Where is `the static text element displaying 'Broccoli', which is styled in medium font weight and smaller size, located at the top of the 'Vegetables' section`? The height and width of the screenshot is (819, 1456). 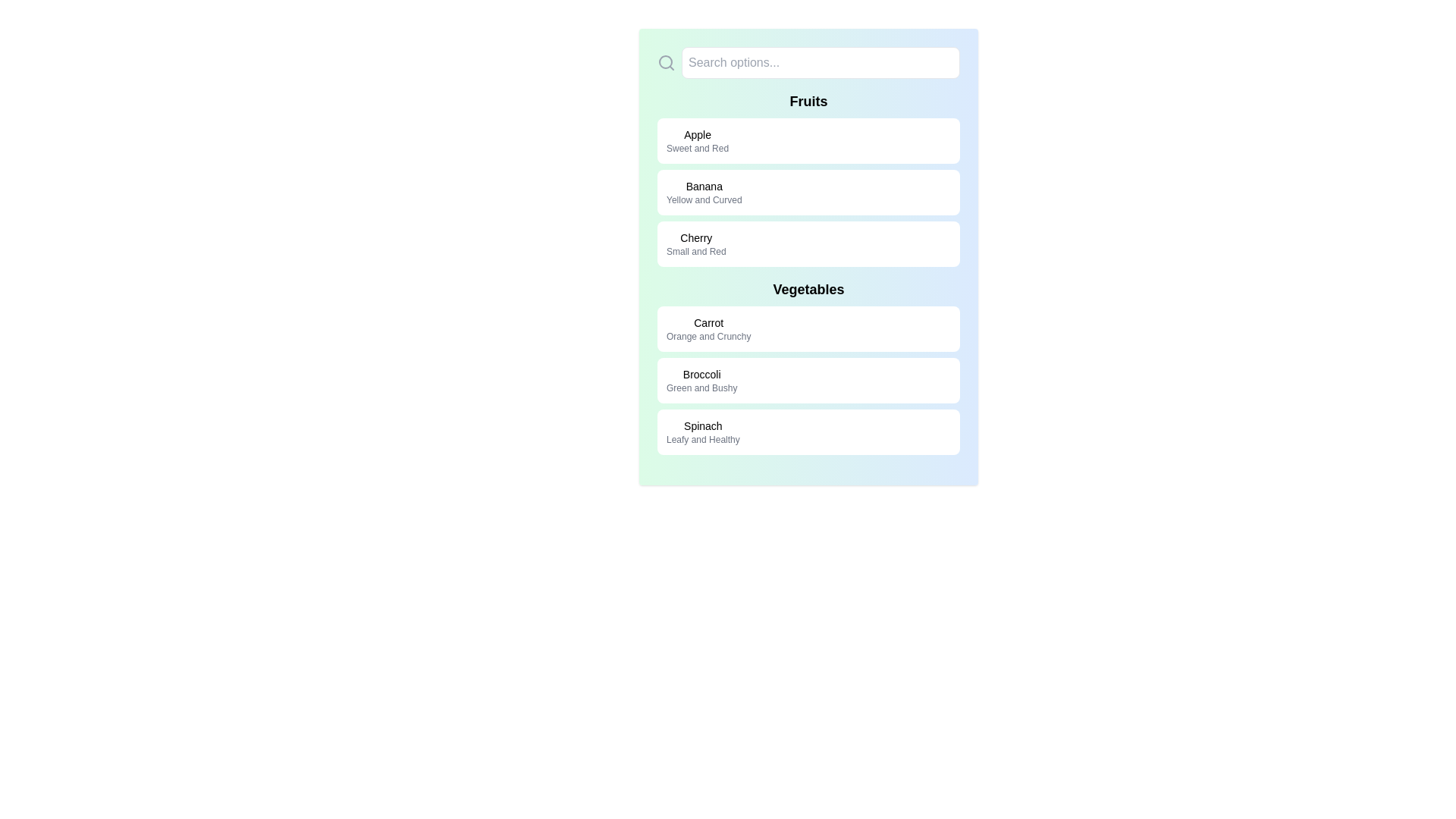
the static text element displaying 'Broccoli', which is styled in medium font weight and smaller size, located at the top of the 'Vegetables' section is located at coordinates (701, 374).